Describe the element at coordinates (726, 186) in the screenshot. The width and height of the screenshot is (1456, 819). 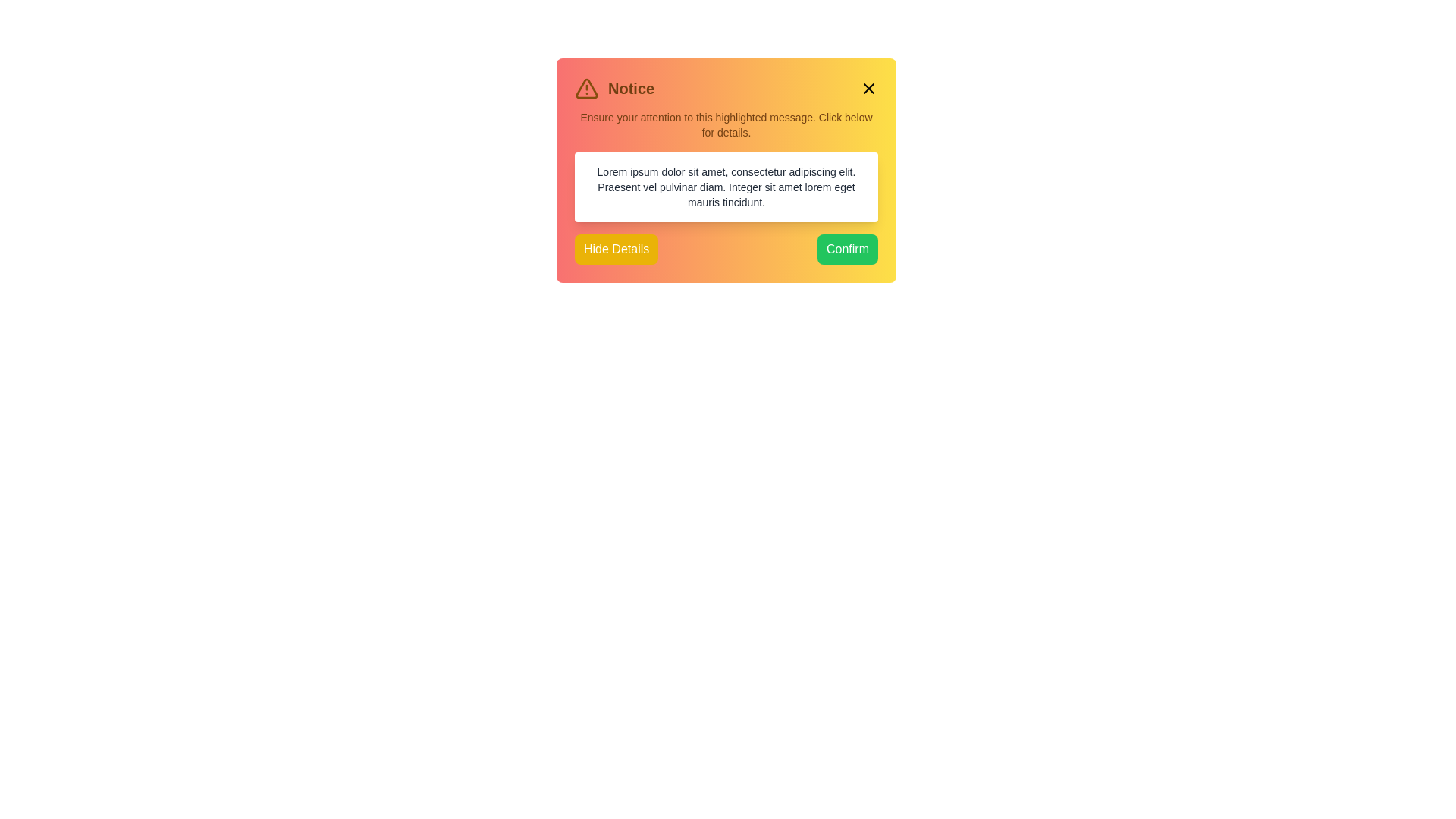
I see `the details text area to focus on it` at that location.